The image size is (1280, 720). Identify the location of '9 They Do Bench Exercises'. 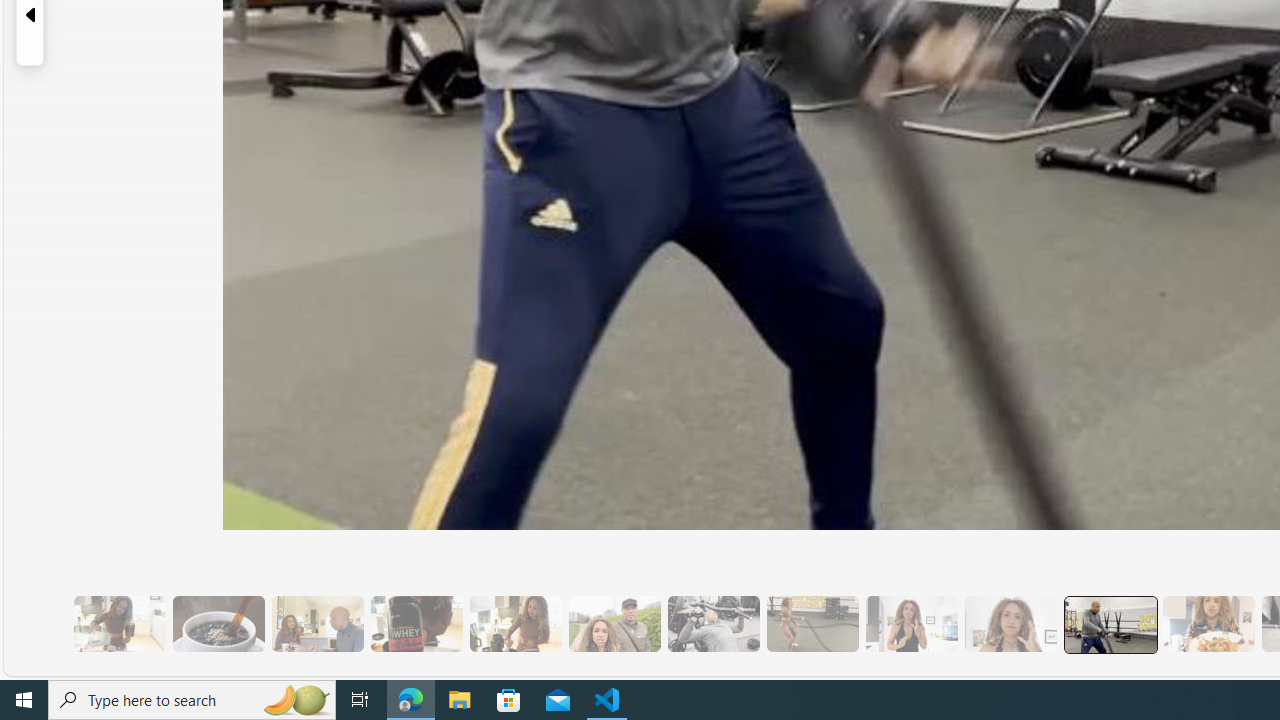
(713, 623).